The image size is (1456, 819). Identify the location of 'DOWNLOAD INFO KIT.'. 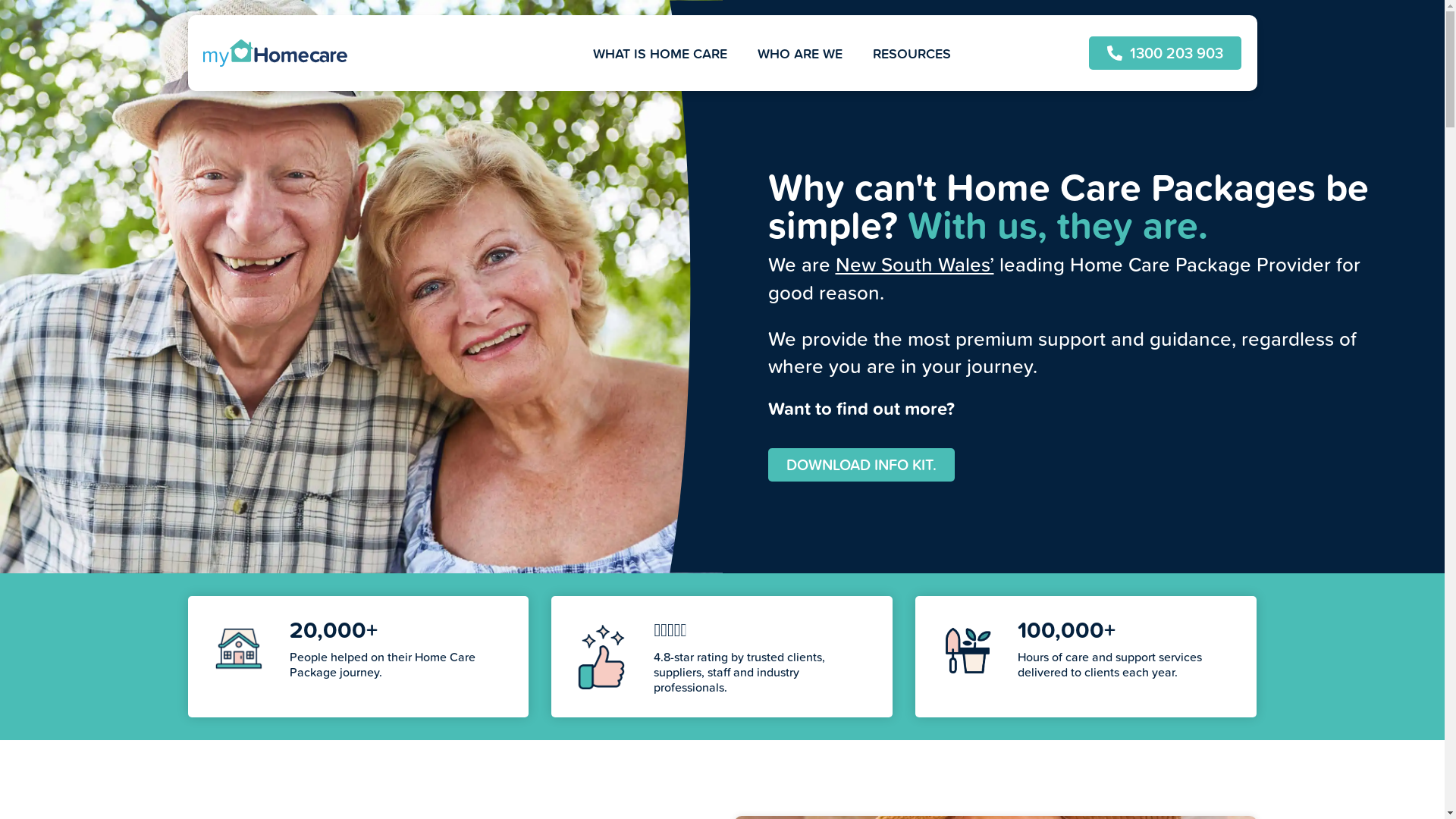
(767, 464).